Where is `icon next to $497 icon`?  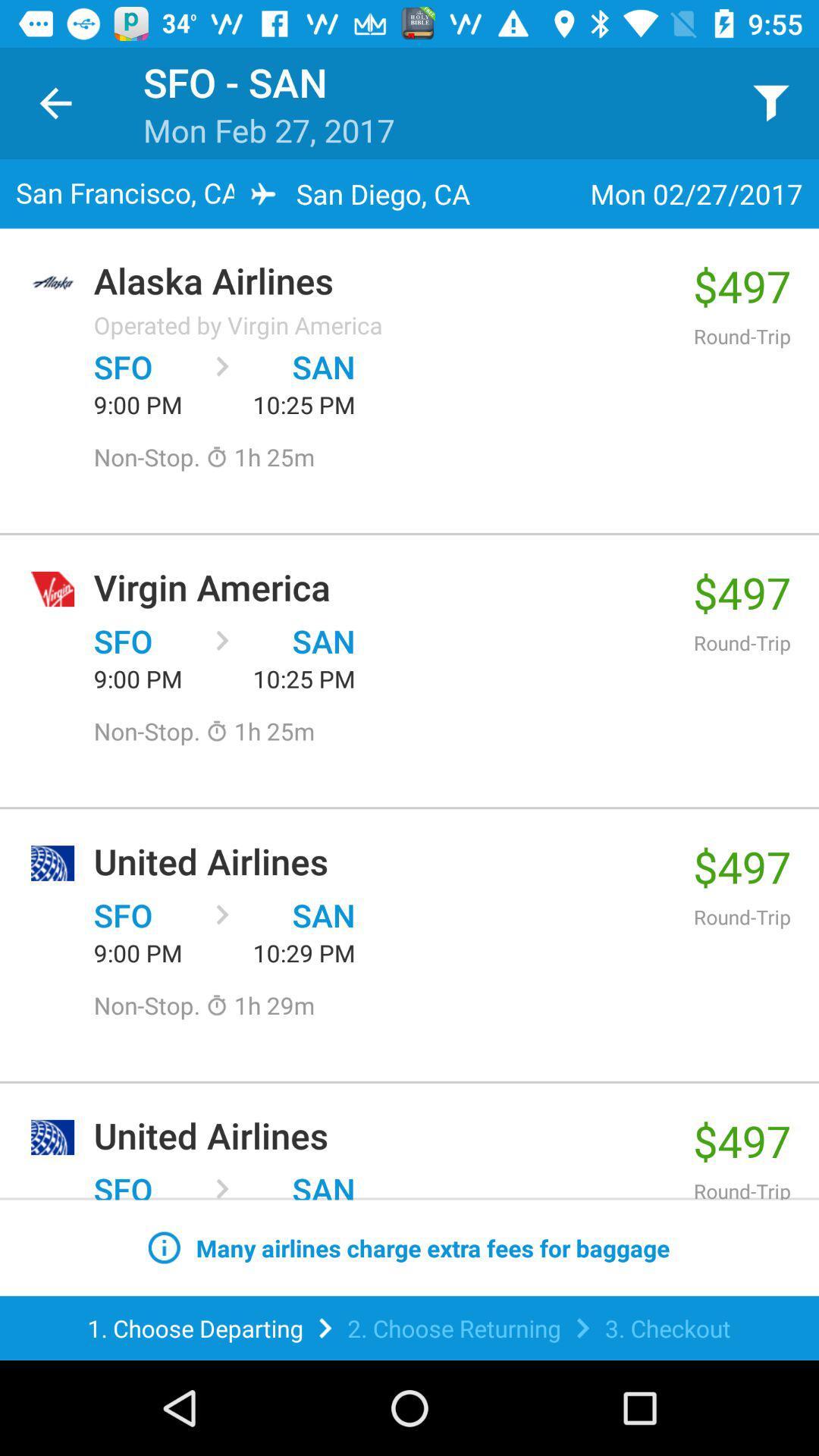 icon next to $497 icon is located at coordinates (238, 324).